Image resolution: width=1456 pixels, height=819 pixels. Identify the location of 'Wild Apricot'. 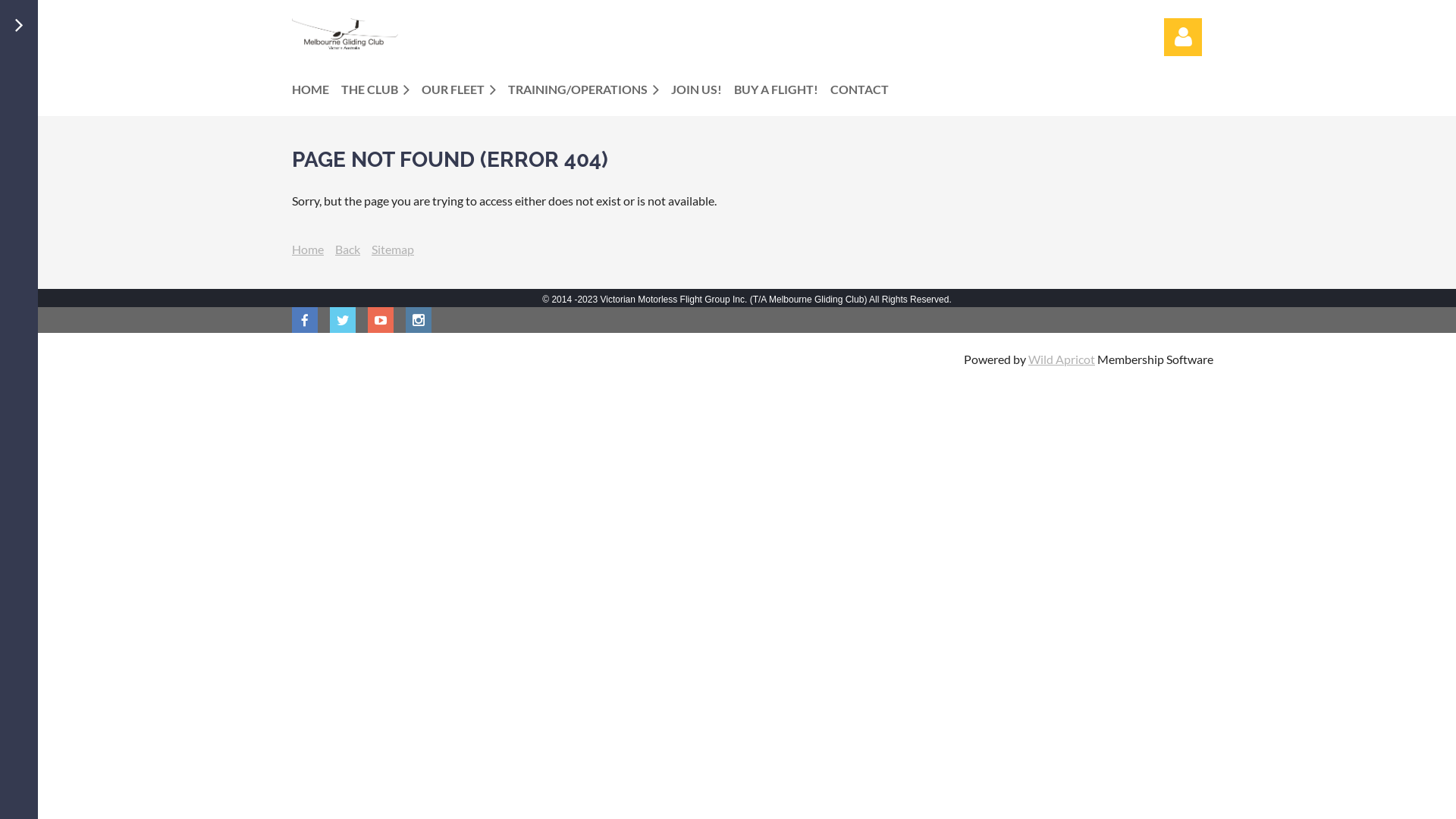
(1061, 359).